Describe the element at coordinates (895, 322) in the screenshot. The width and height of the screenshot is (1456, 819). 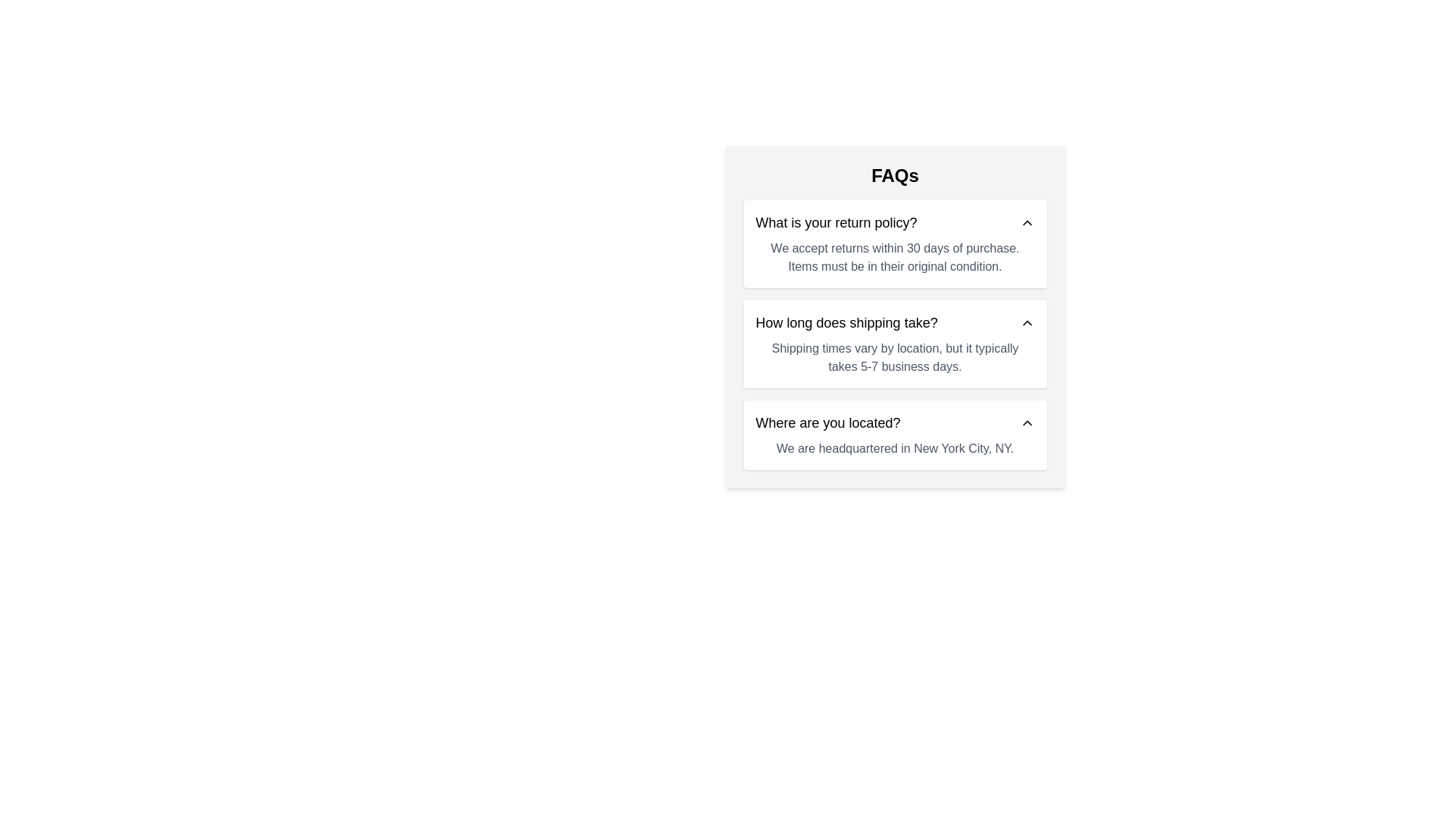
I see `the second FAQ entry header` at that location.